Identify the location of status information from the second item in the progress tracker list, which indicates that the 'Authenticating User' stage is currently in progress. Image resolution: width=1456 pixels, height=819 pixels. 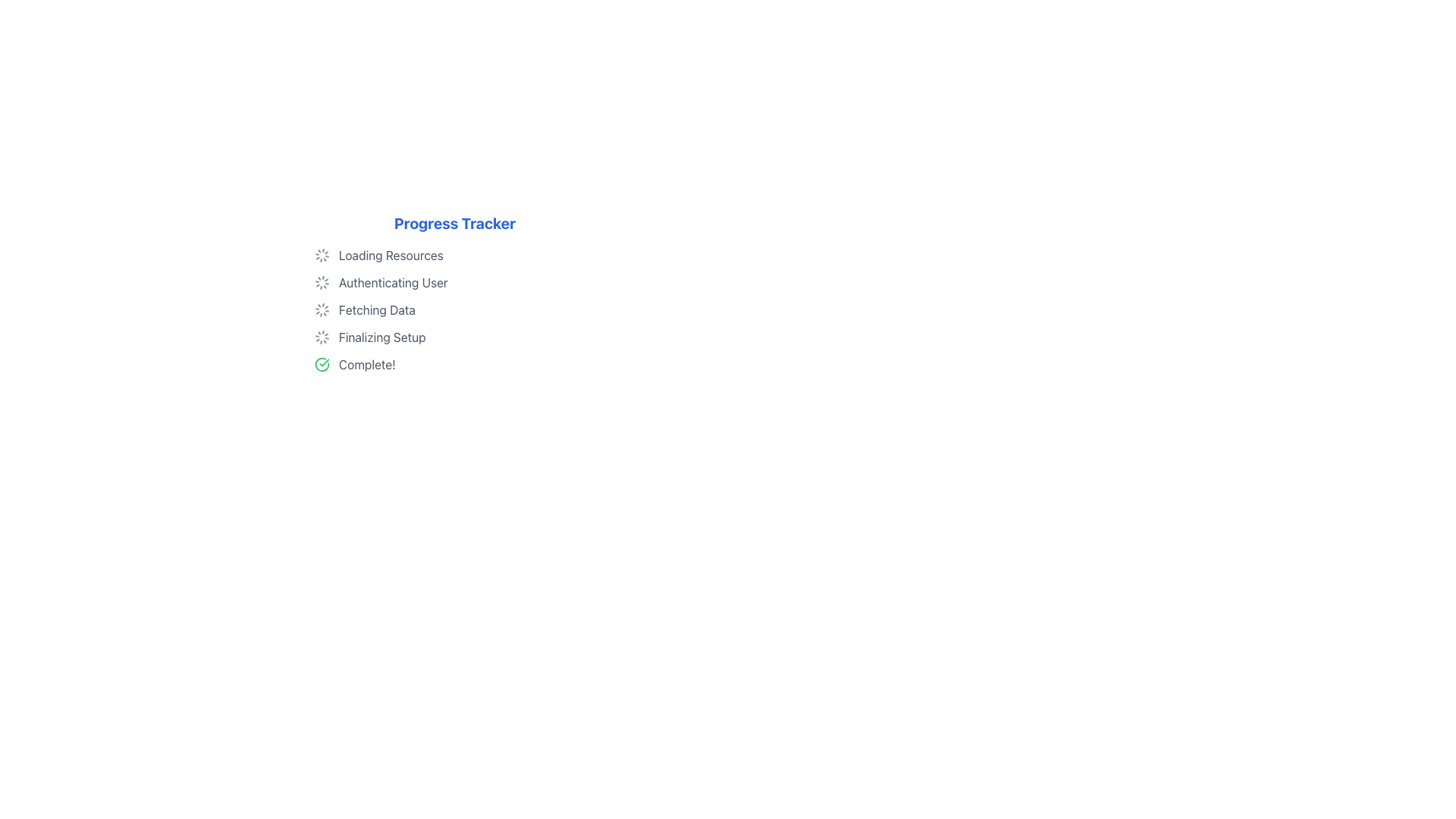
(454, 293).